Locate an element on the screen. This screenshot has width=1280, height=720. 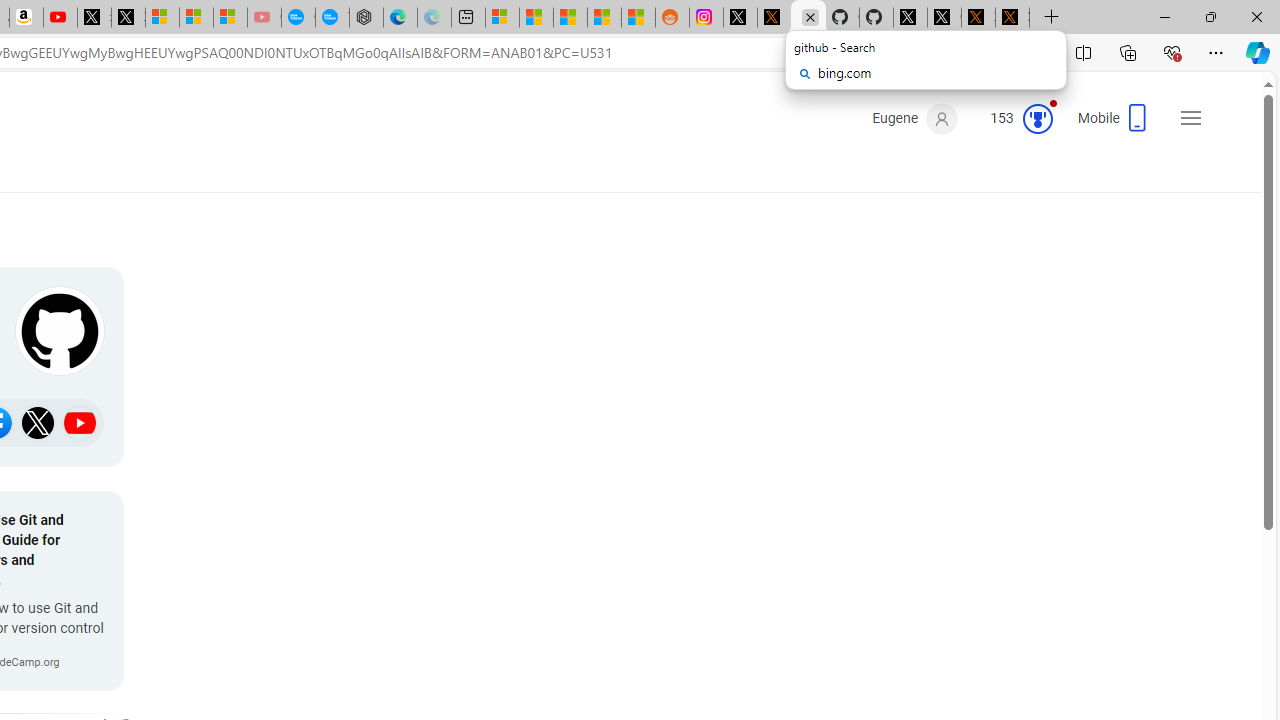
'Add this page to favorites (Ctrl+D)' is located at coordinates (1031, 52).